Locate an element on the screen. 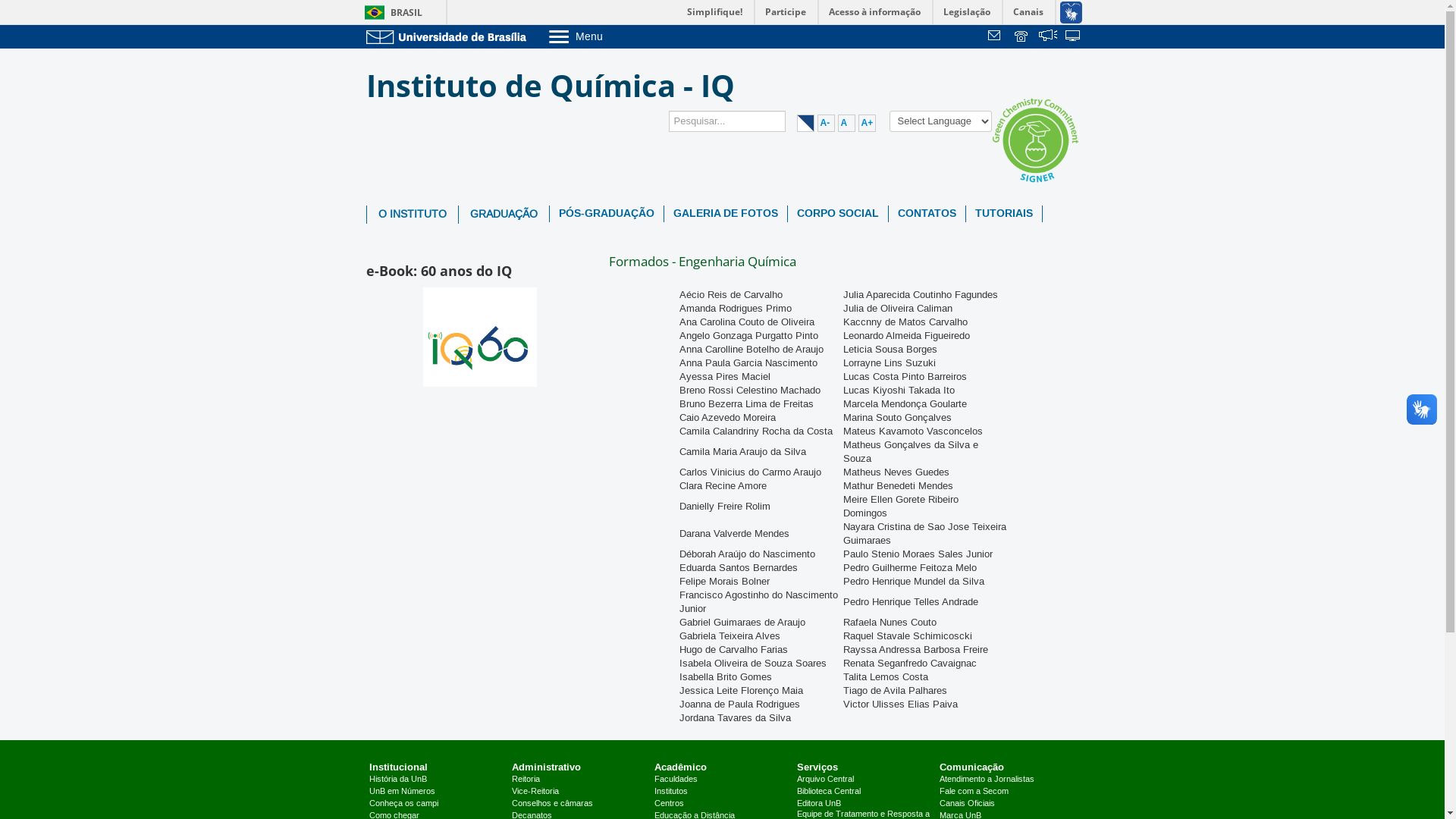 The height and width of the screenshot is (819, 1456). 'Canais Oficiais' is located at coordinates (966, 803).